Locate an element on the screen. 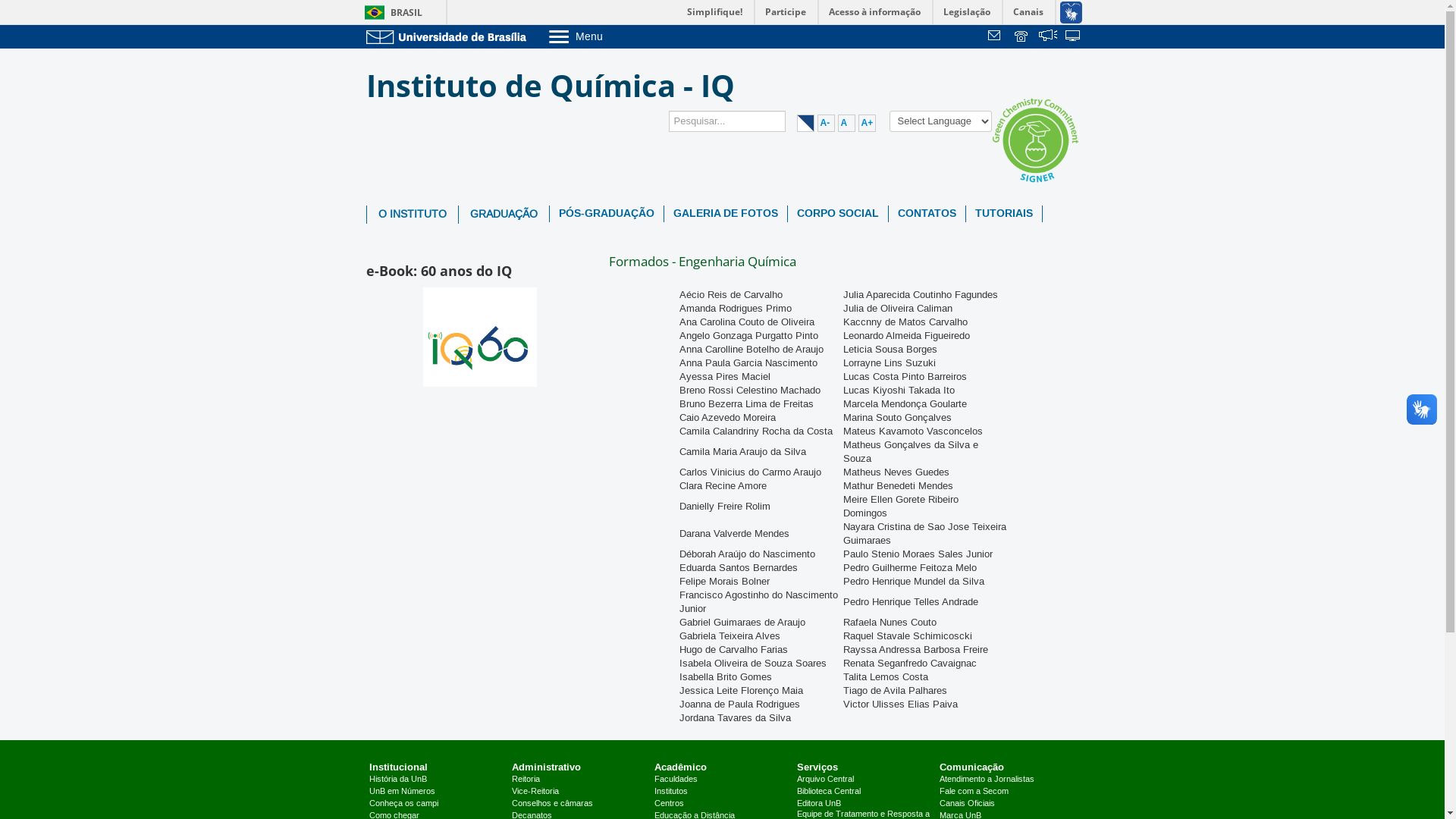 The height and width of the screenshot is (819, 1456). 'Canais Oficiais' is located at coordinates (966, 803).